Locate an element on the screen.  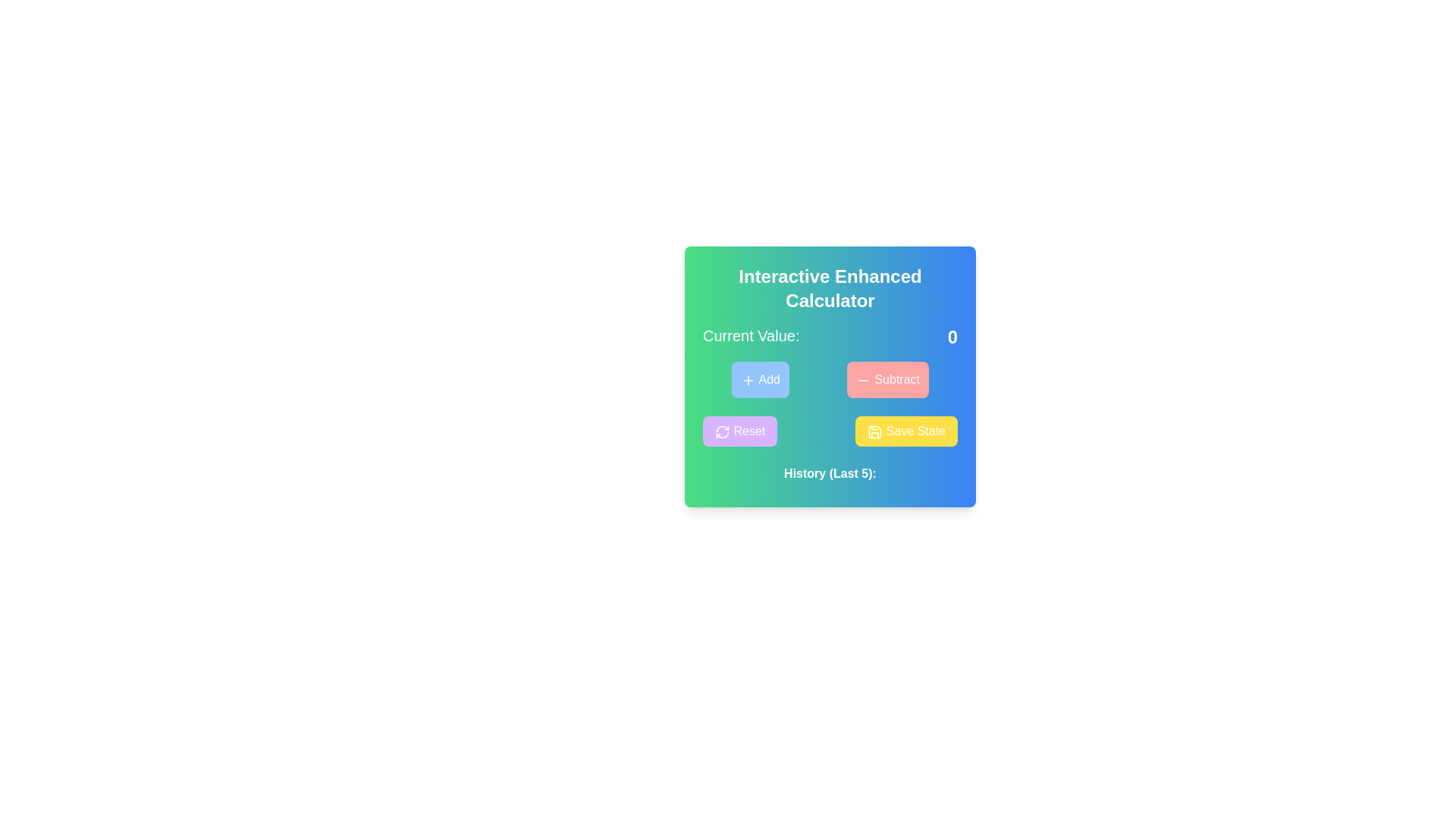
text label displaying 'History (Last 5):' which is bold and located at the bottom of the card interface is located at coordinates (829, 472).